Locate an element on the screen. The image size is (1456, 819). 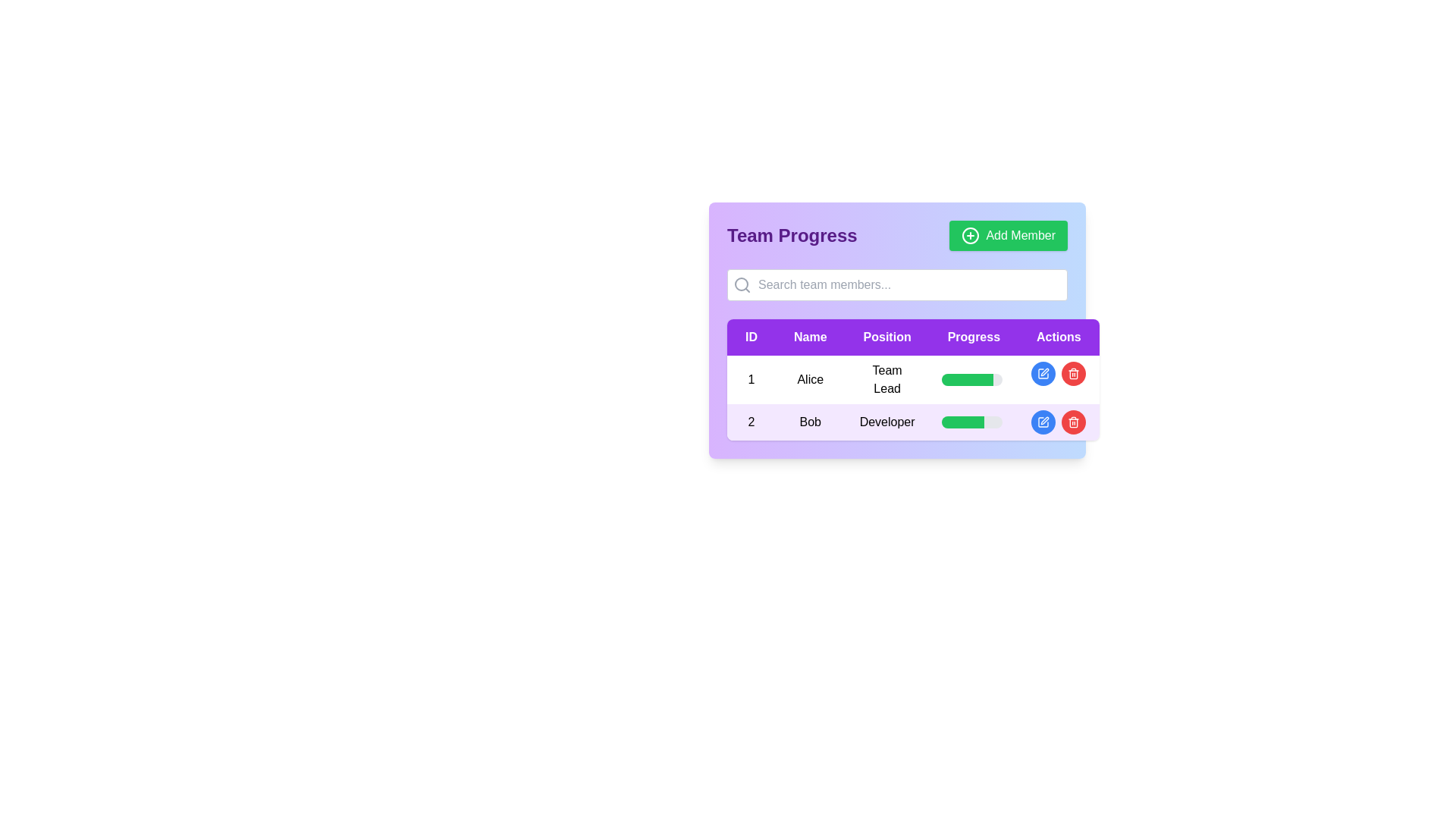
the SVG Icon in the second row under the 'Actions' column is located at coordinates (1043, 374).